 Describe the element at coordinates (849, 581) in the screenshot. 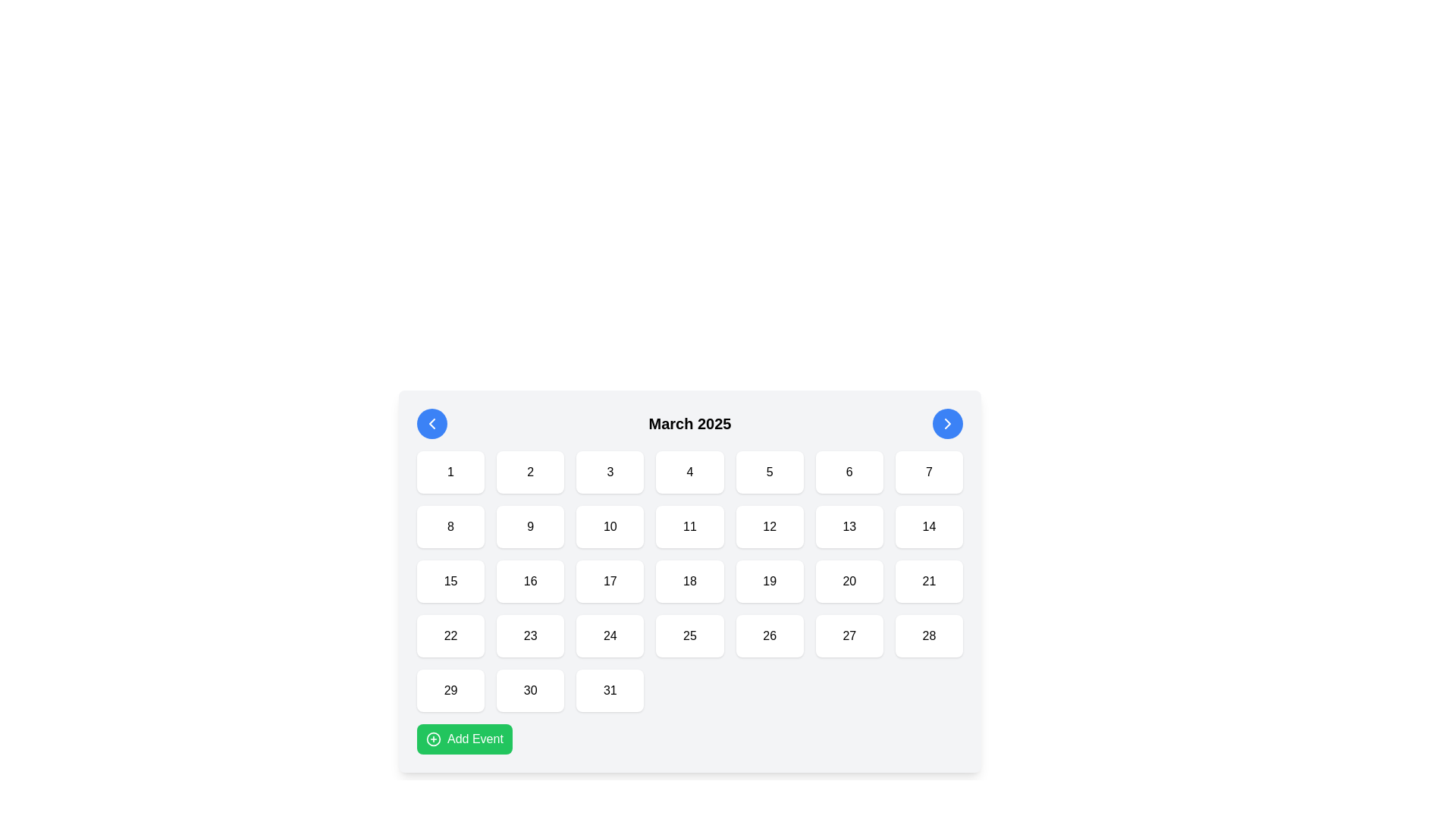

I see `the calendar date cell representing the date '20'` at that location.